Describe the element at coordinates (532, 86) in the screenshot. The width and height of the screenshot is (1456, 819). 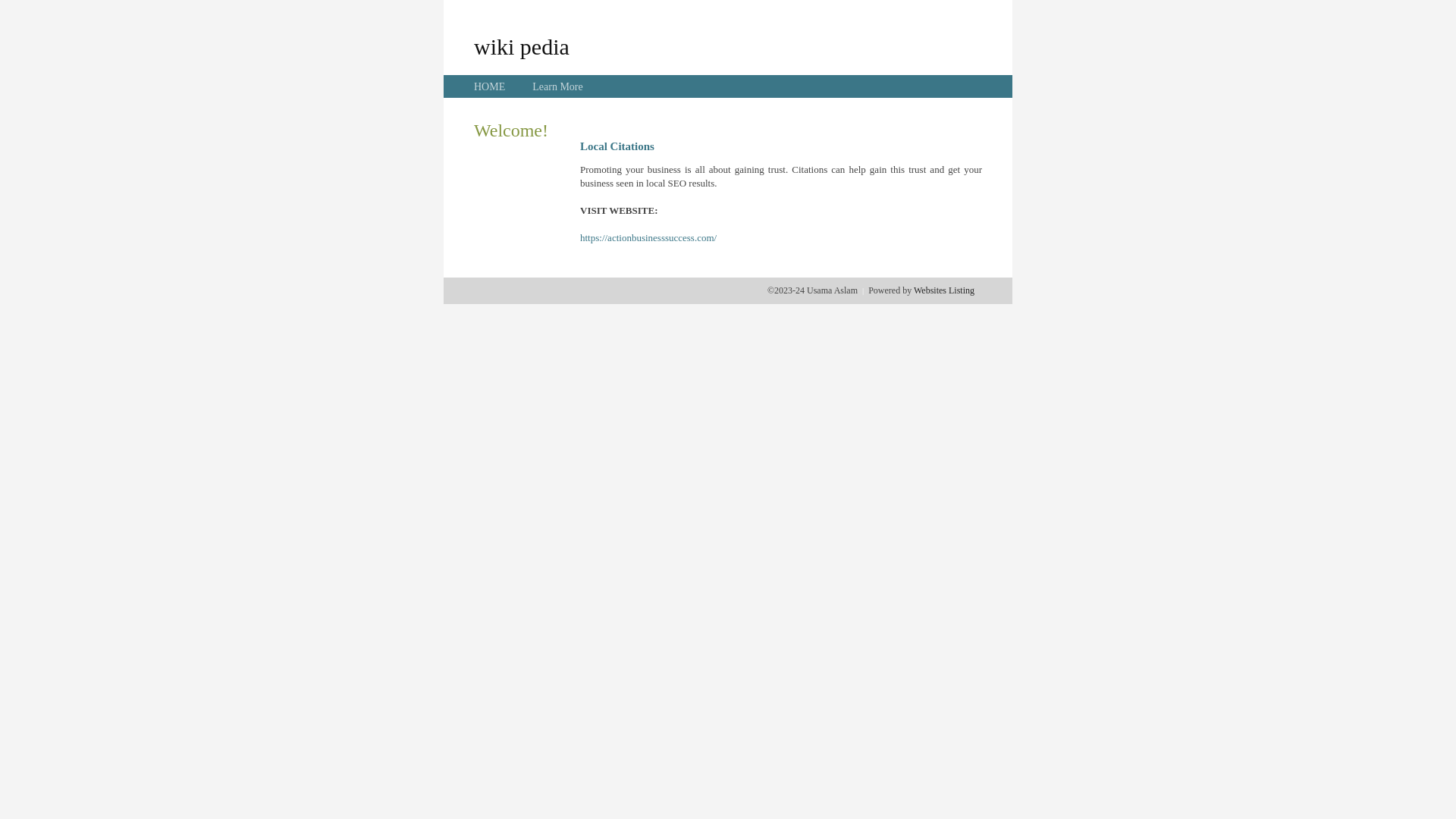
I see `'Learn More'` at that location.